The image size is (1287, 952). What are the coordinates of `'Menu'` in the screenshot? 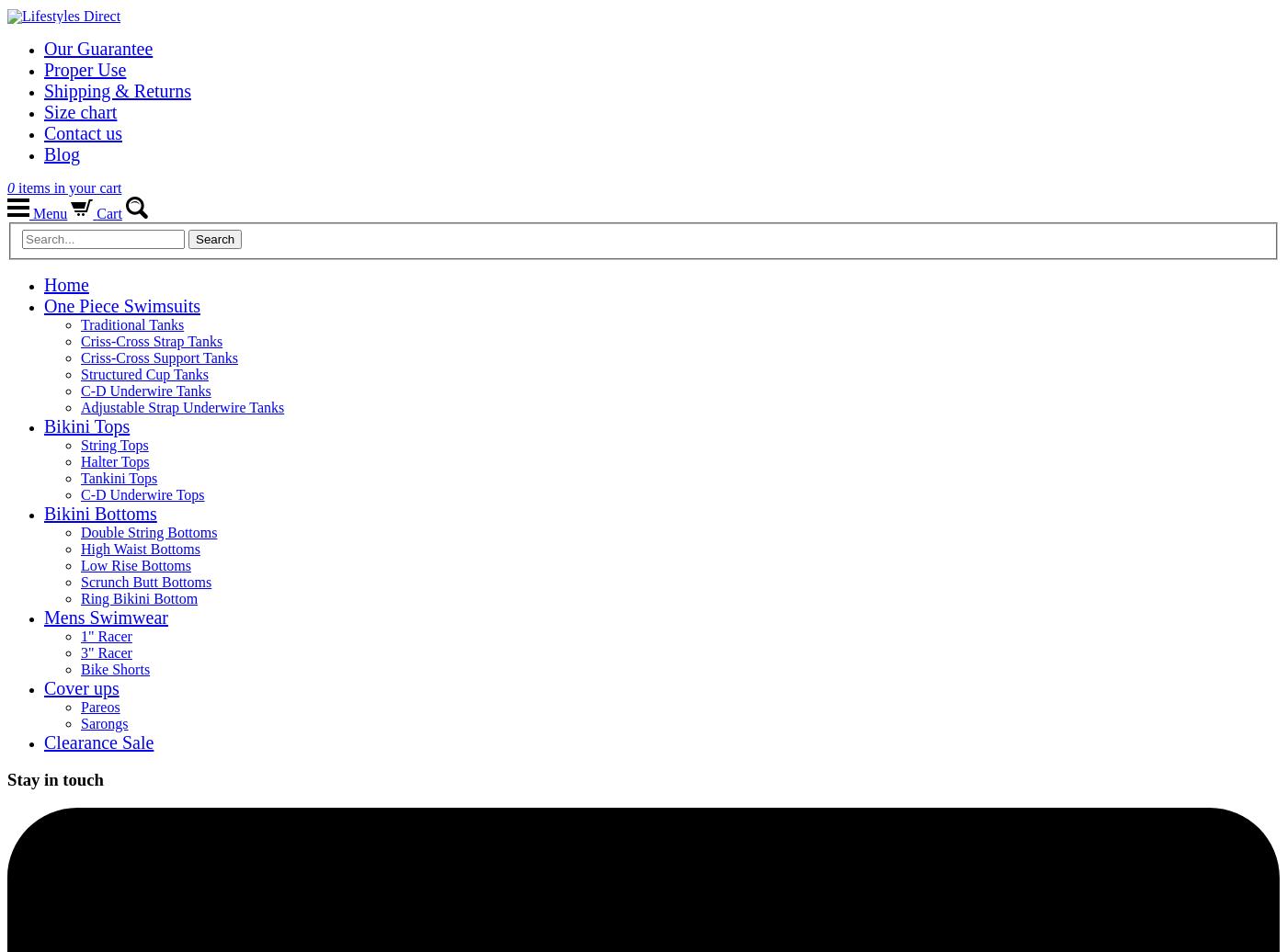 It's located at (48, 213).